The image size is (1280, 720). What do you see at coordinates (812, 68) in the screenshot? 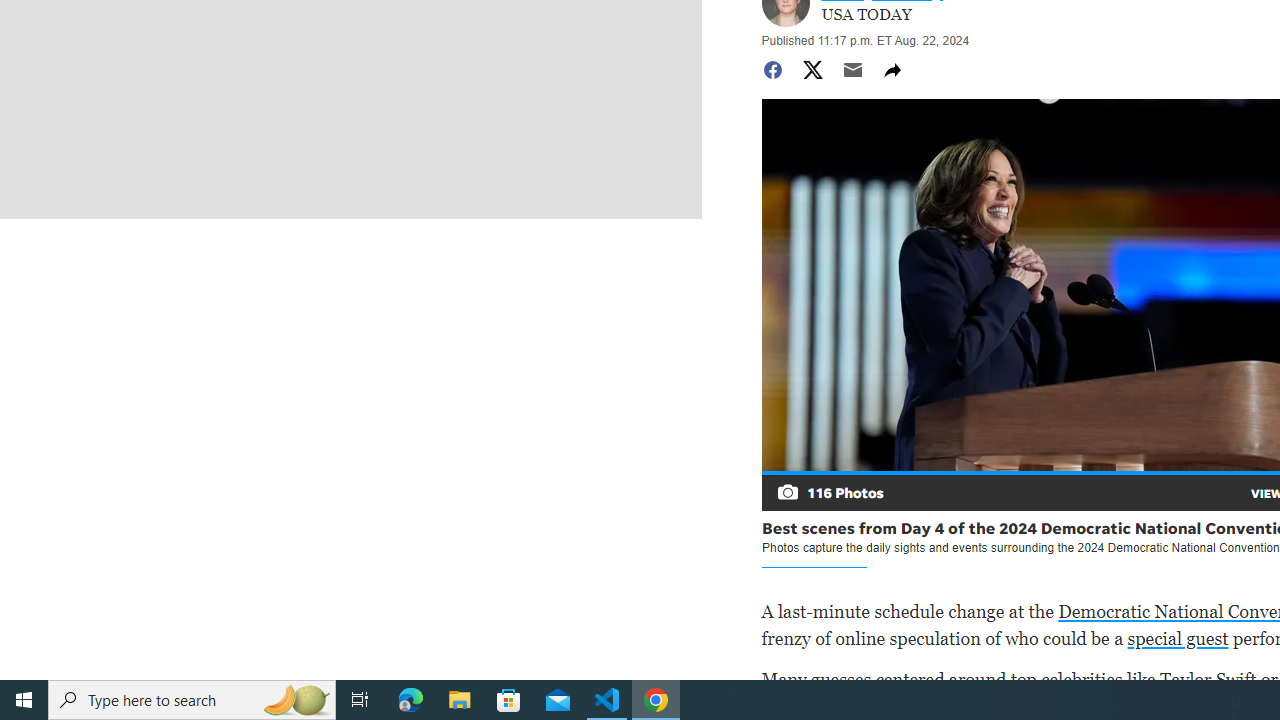
I see `'Share to Twitter'` at bounding box center [812, 68].